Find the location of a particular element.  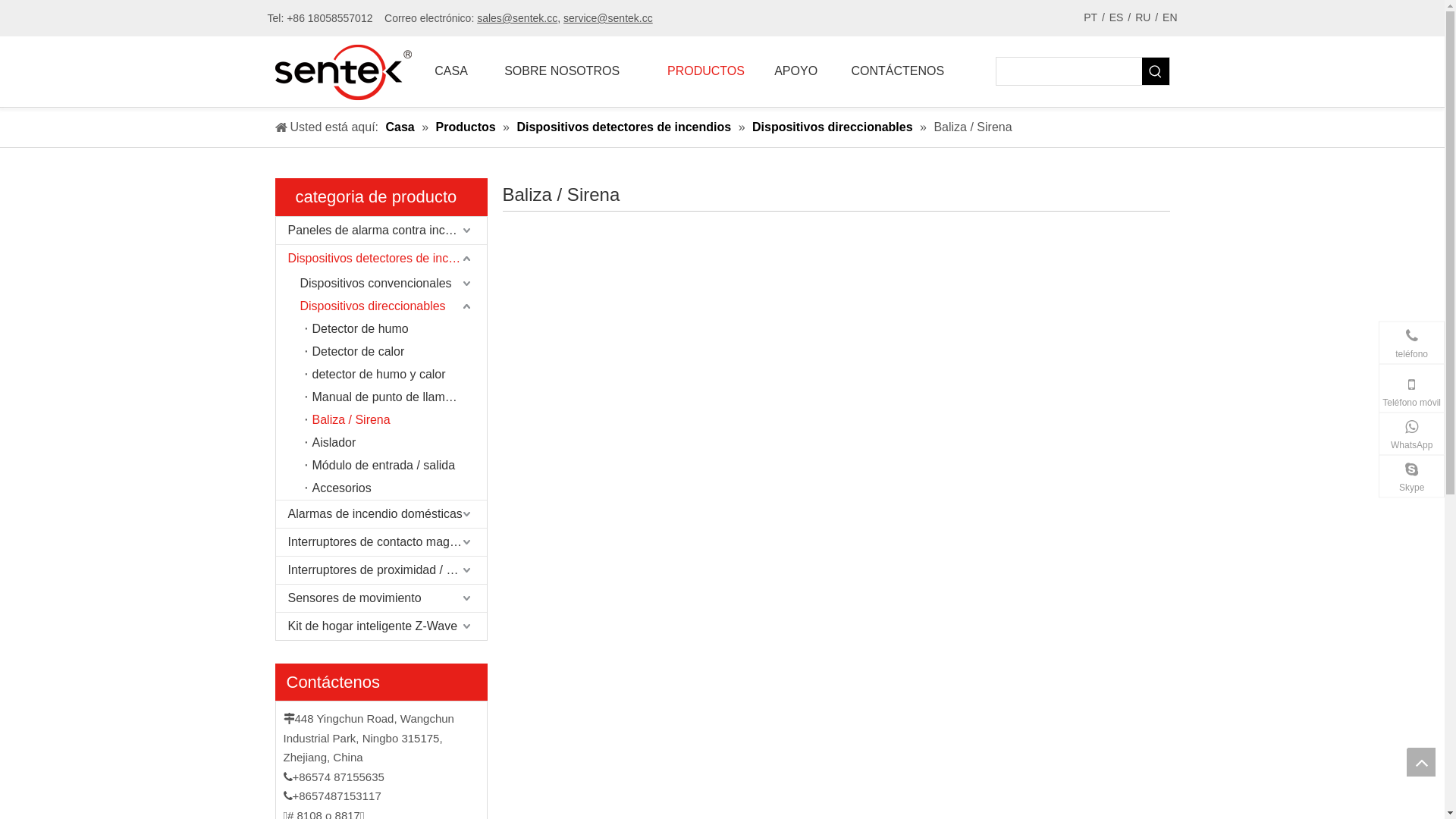

'Paneles de alarma contra incendios' is located at coordinates (381, 231).